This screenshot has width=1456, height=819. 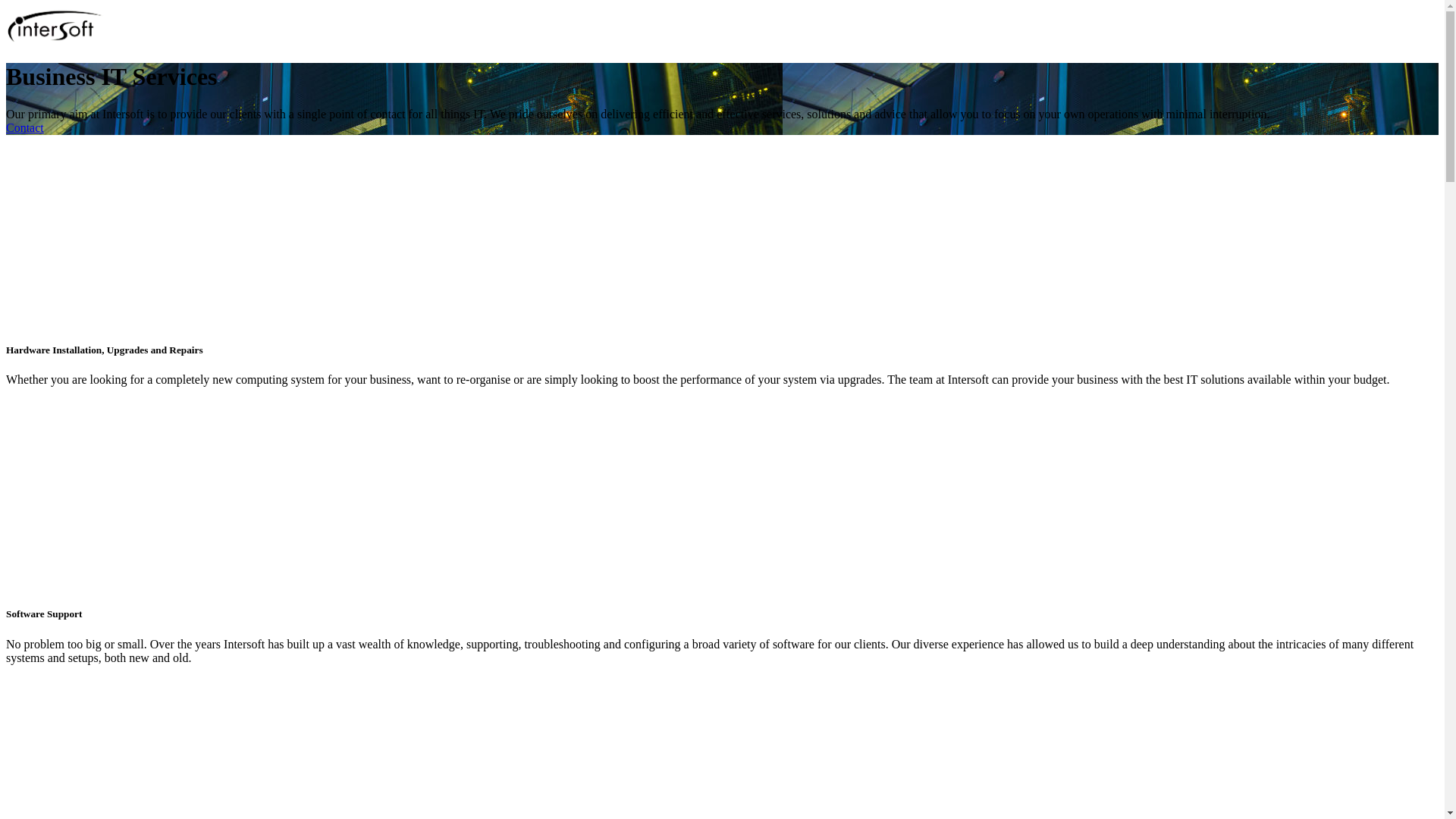 I want to click on 'Contact', so click(x=25, y=127).